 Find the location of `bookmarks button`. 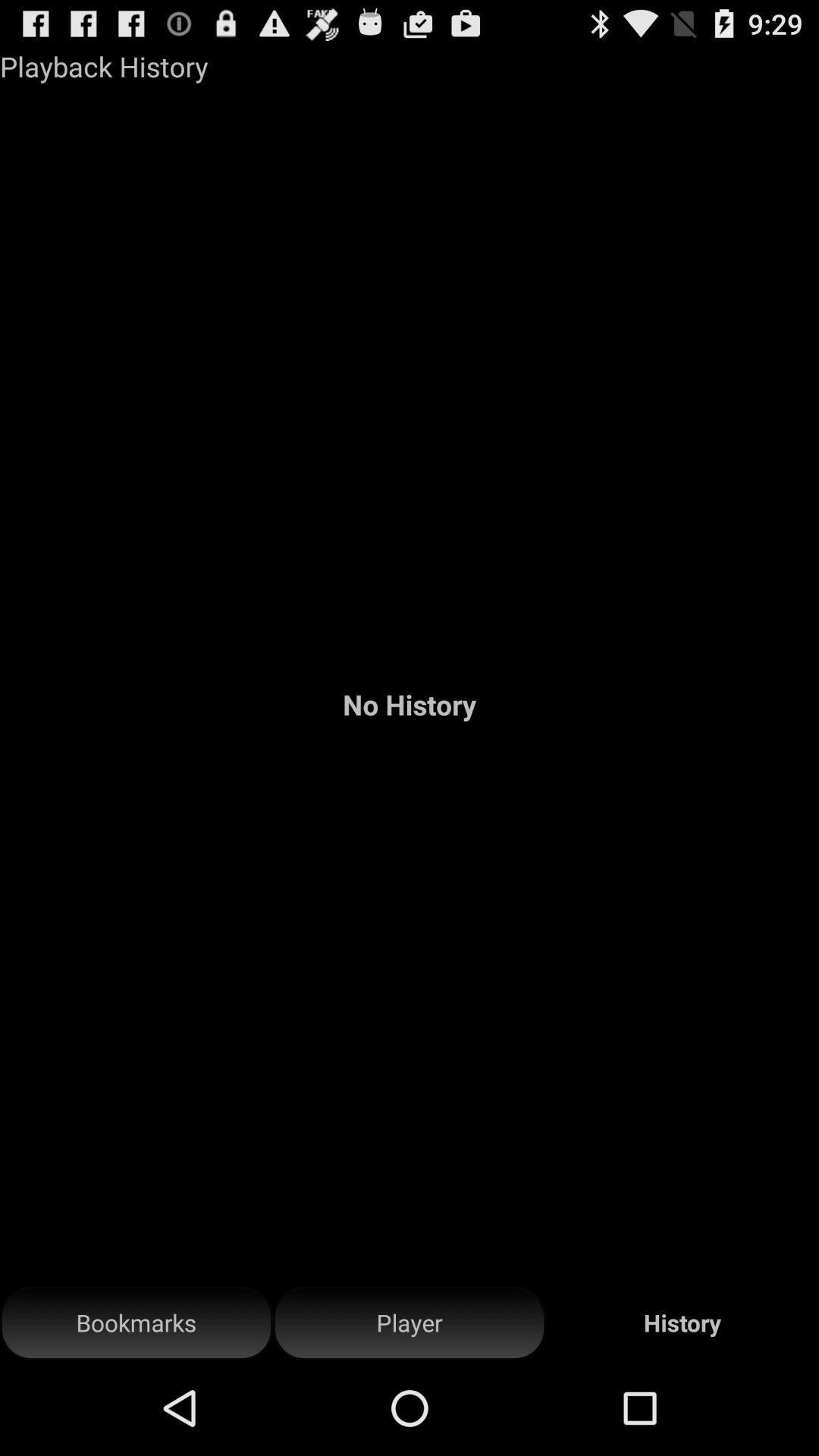

bookmarks button is located at coordinates (136, 1323).